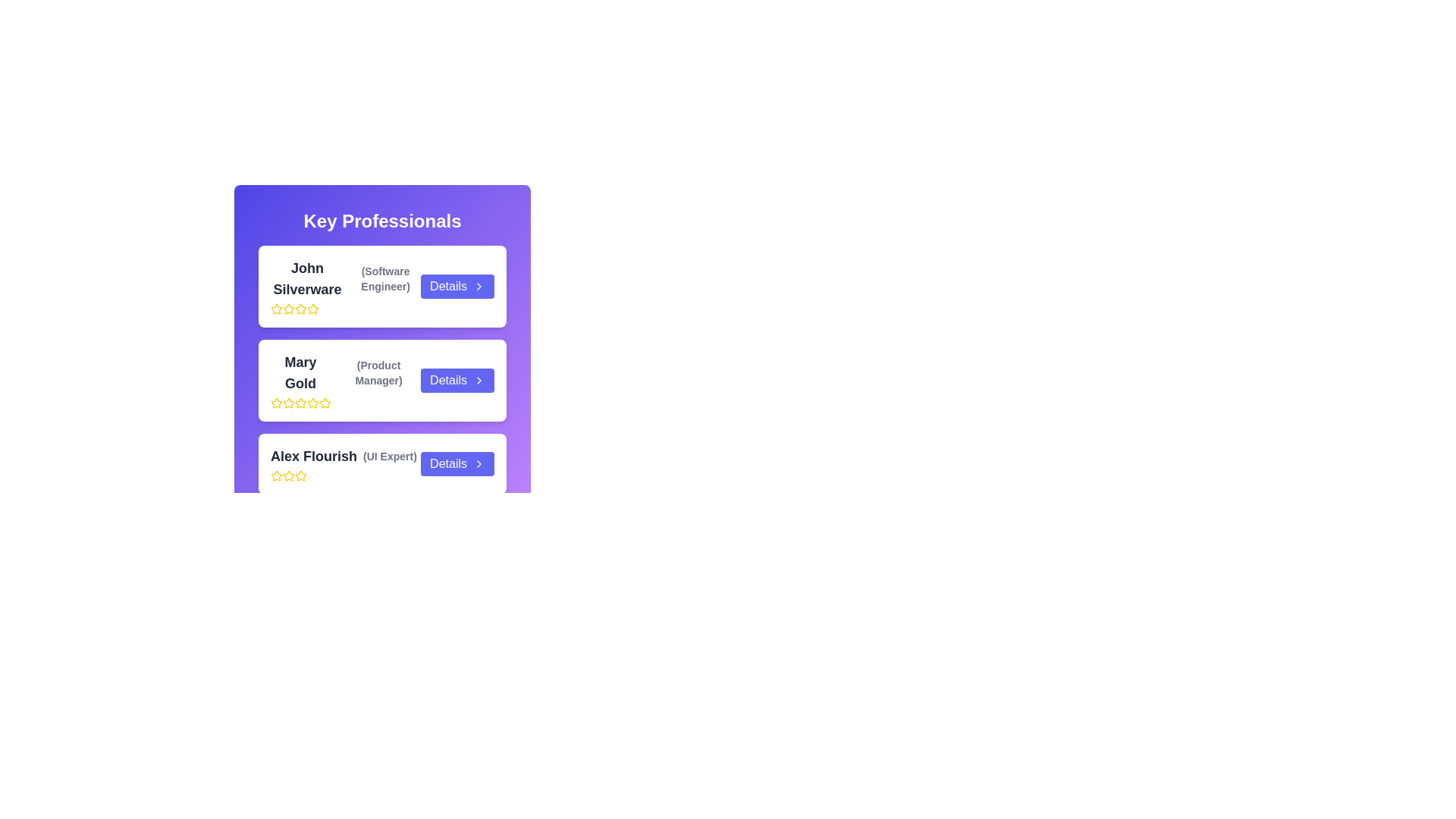  I want to click on 'Details' button for the contact named Mary Gold, so click(457, 379).